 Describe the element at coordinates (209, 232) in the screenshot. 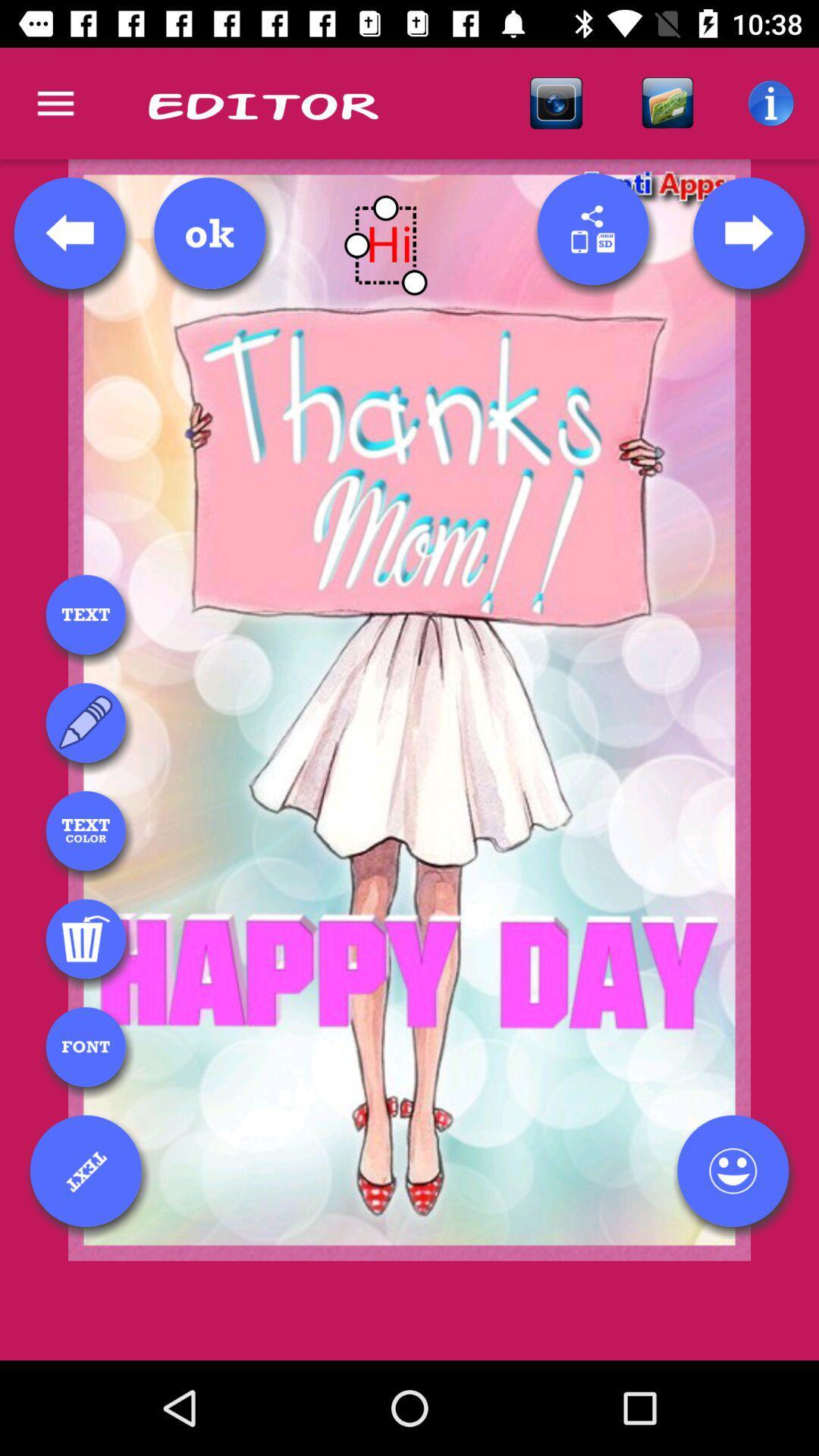

I see `hit to save` at that location.